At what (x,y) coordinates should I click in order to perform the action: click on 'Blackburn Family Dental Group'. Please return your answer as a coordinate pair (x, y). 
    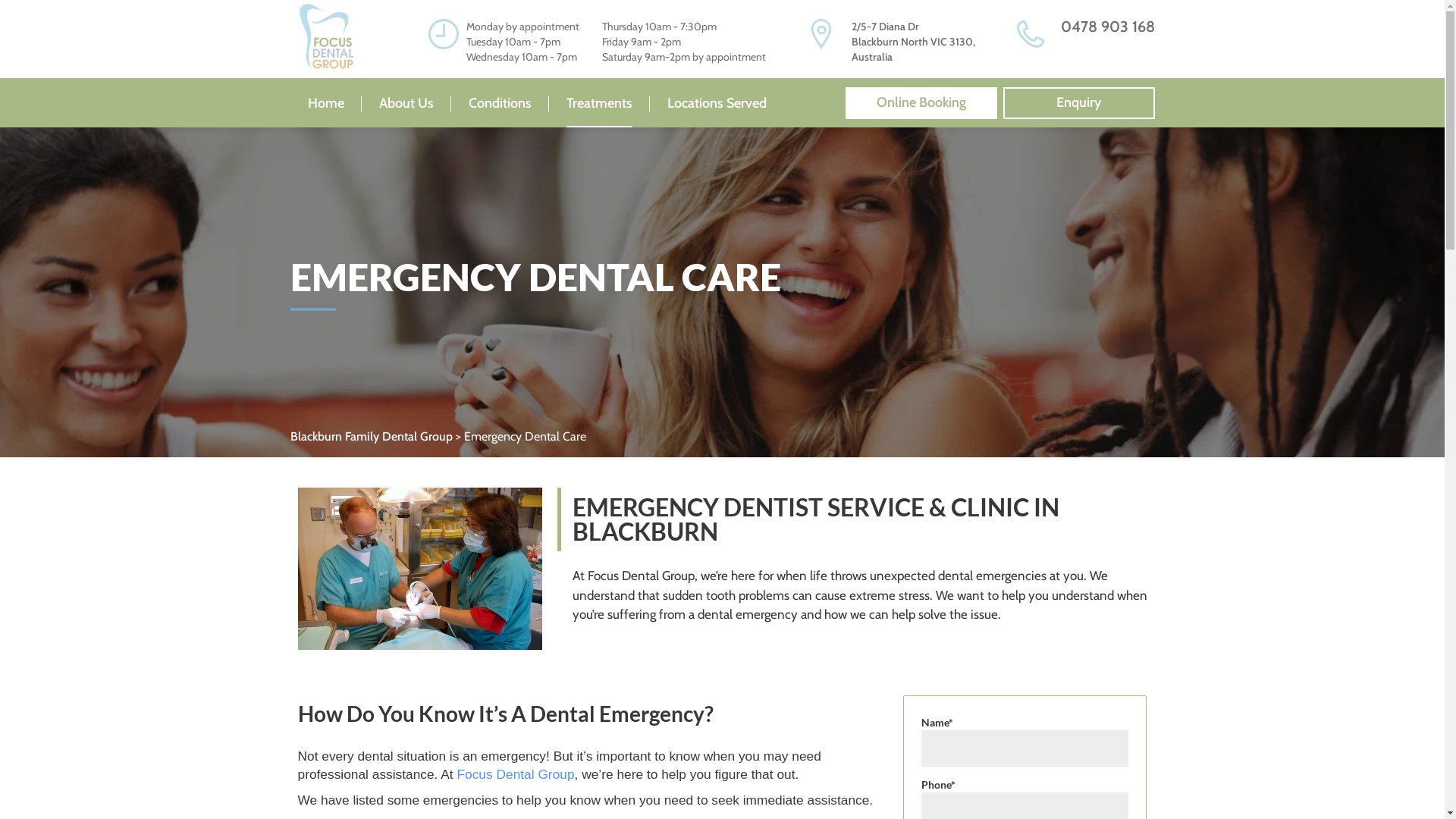
    Looking at the image, I should click on (371, 436).